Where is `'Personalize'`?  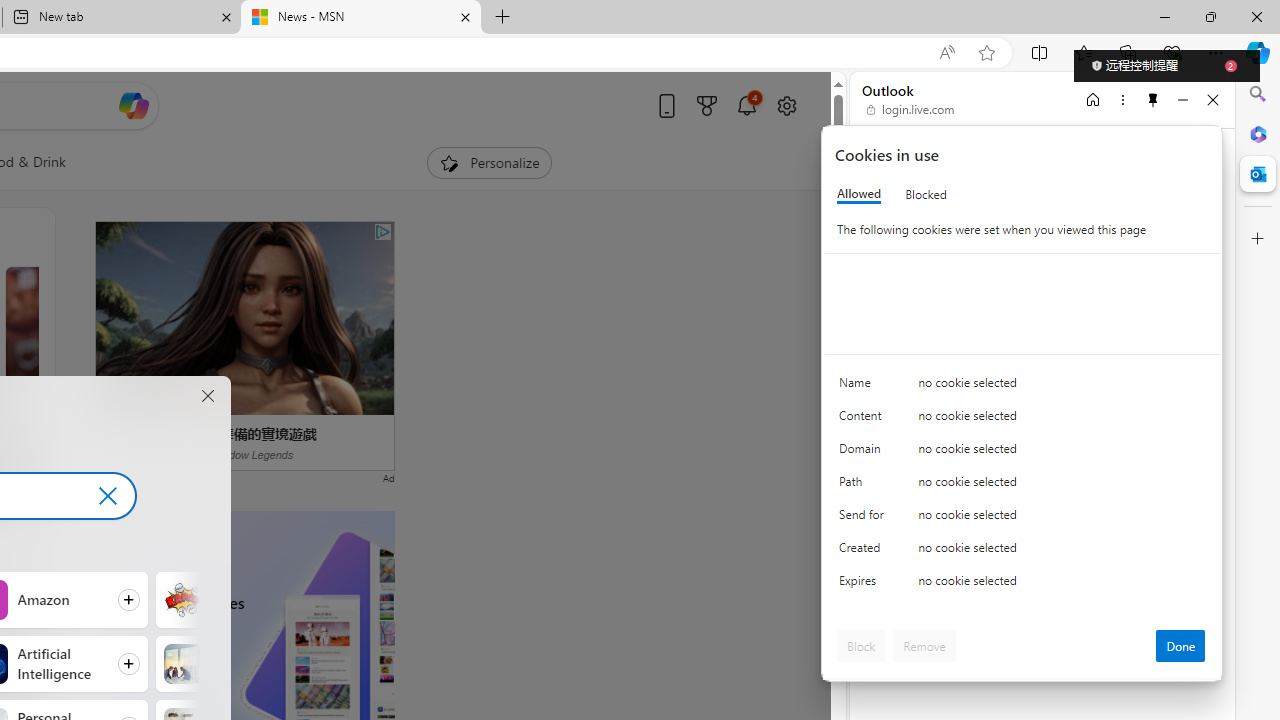
'Personalize' is located at coordinates (488, 162).